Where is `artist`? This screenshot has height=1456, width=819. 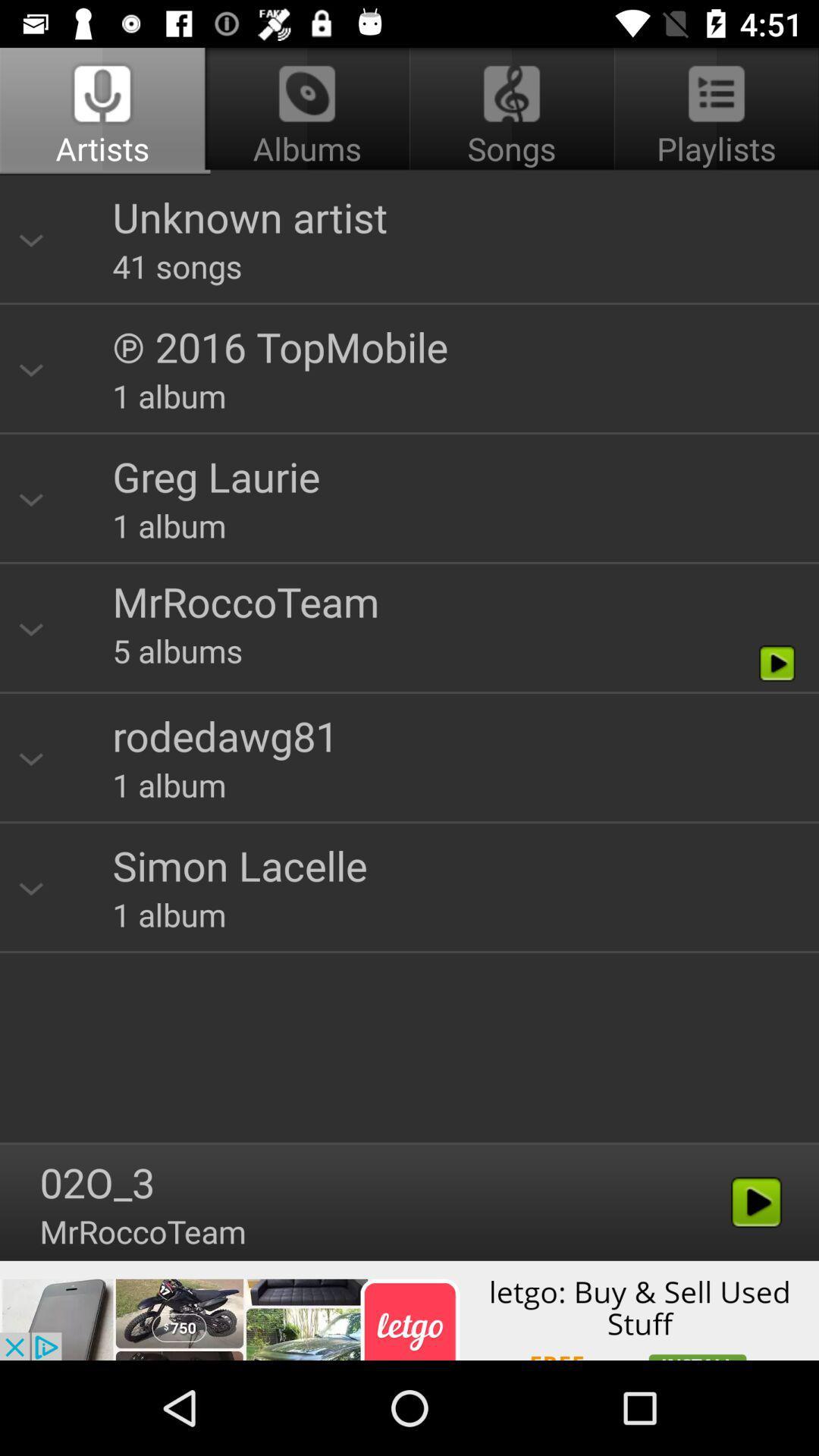 artist is located at coordinates (409, 654).